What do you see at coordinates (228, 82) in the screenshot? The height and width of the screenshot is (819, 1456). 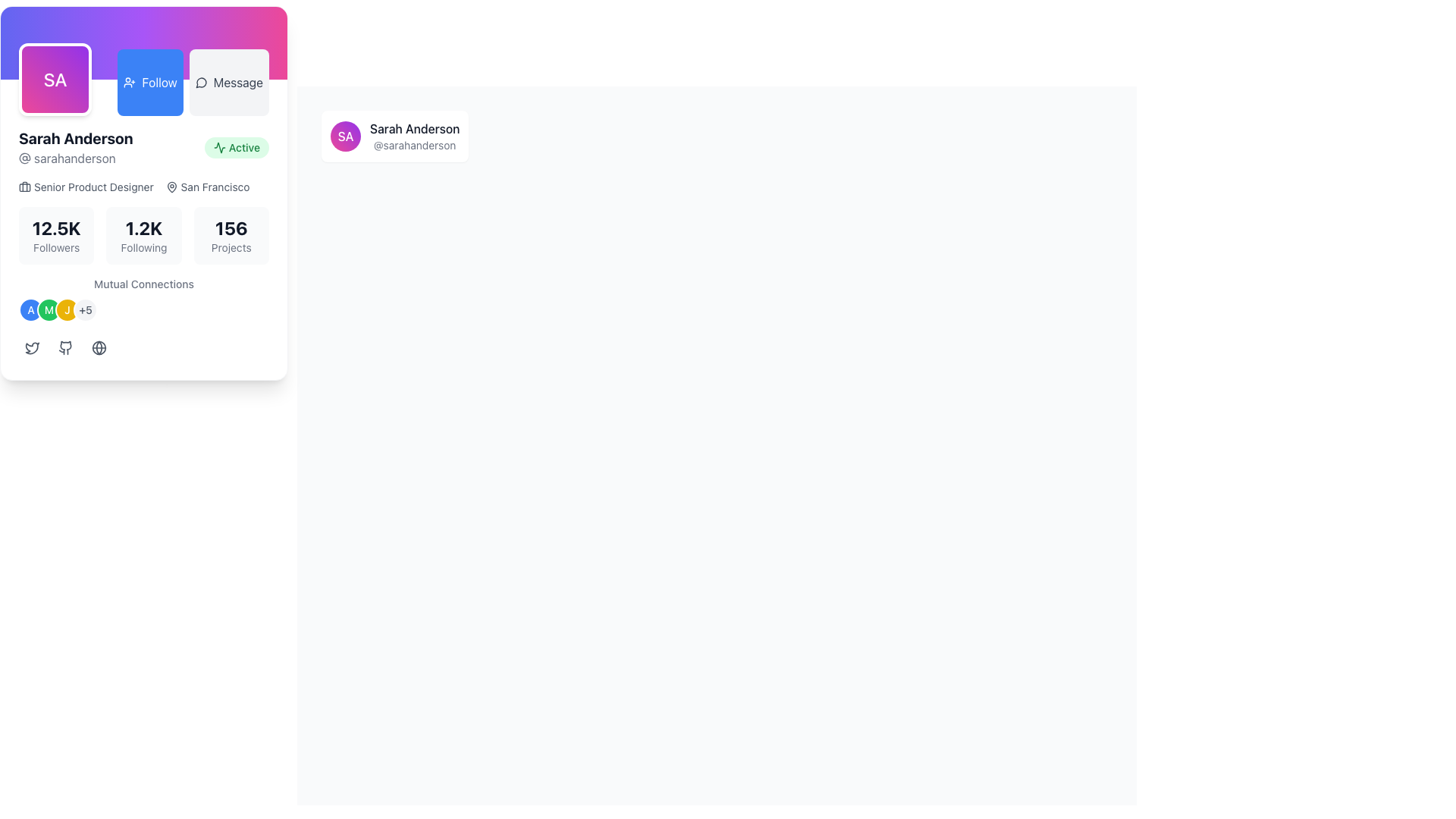 I see `the 'Message' button with a light gray background and rounded corners` at bounding box center [228, 82].